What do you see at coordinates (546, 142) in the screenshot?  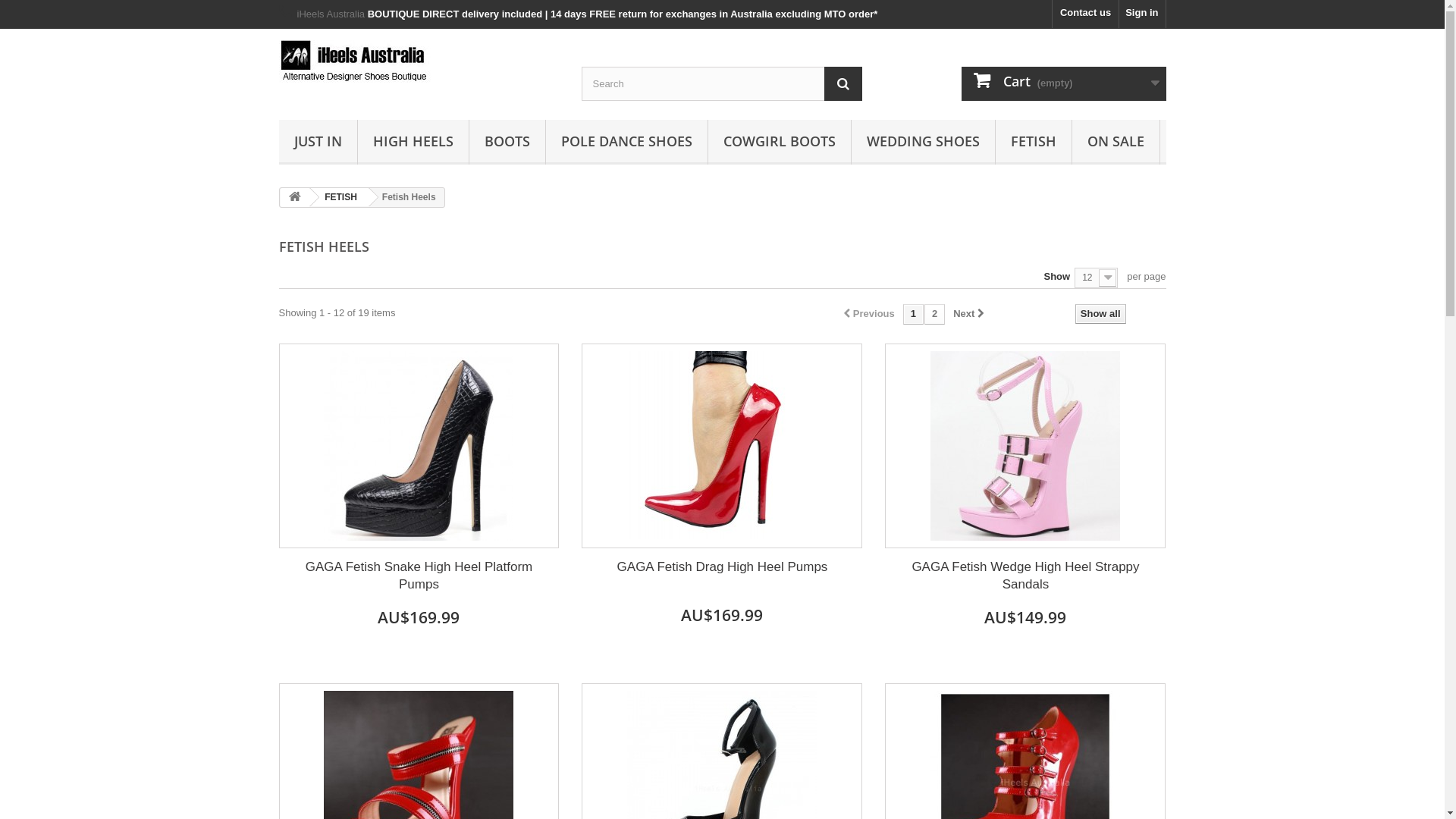 I see `'POLE DANCE SHOES'` at bounding box center [546, 142].